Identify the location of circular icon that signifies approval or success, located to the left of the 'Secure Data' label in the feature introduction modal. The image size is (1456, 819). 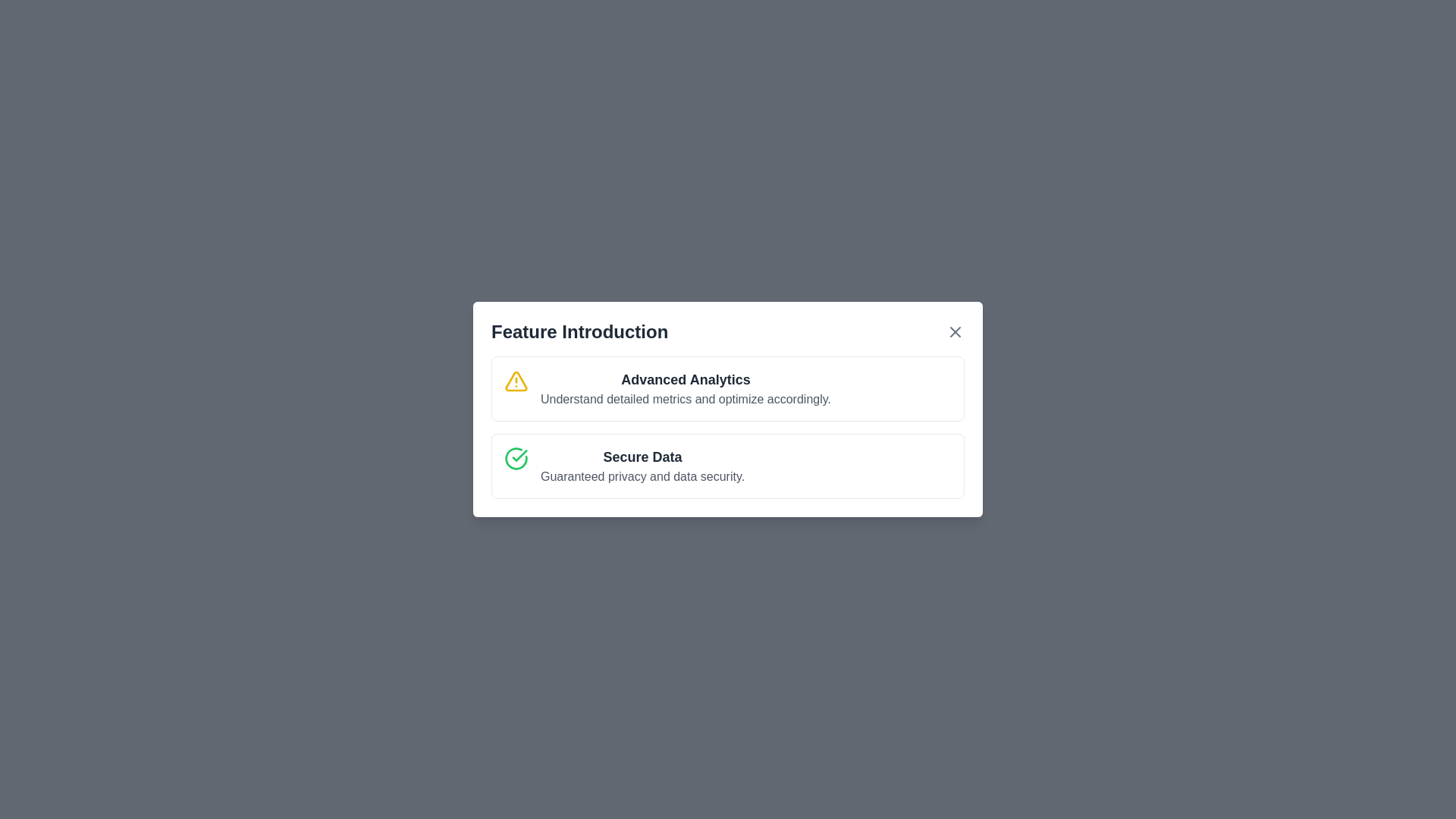
(519, 455).